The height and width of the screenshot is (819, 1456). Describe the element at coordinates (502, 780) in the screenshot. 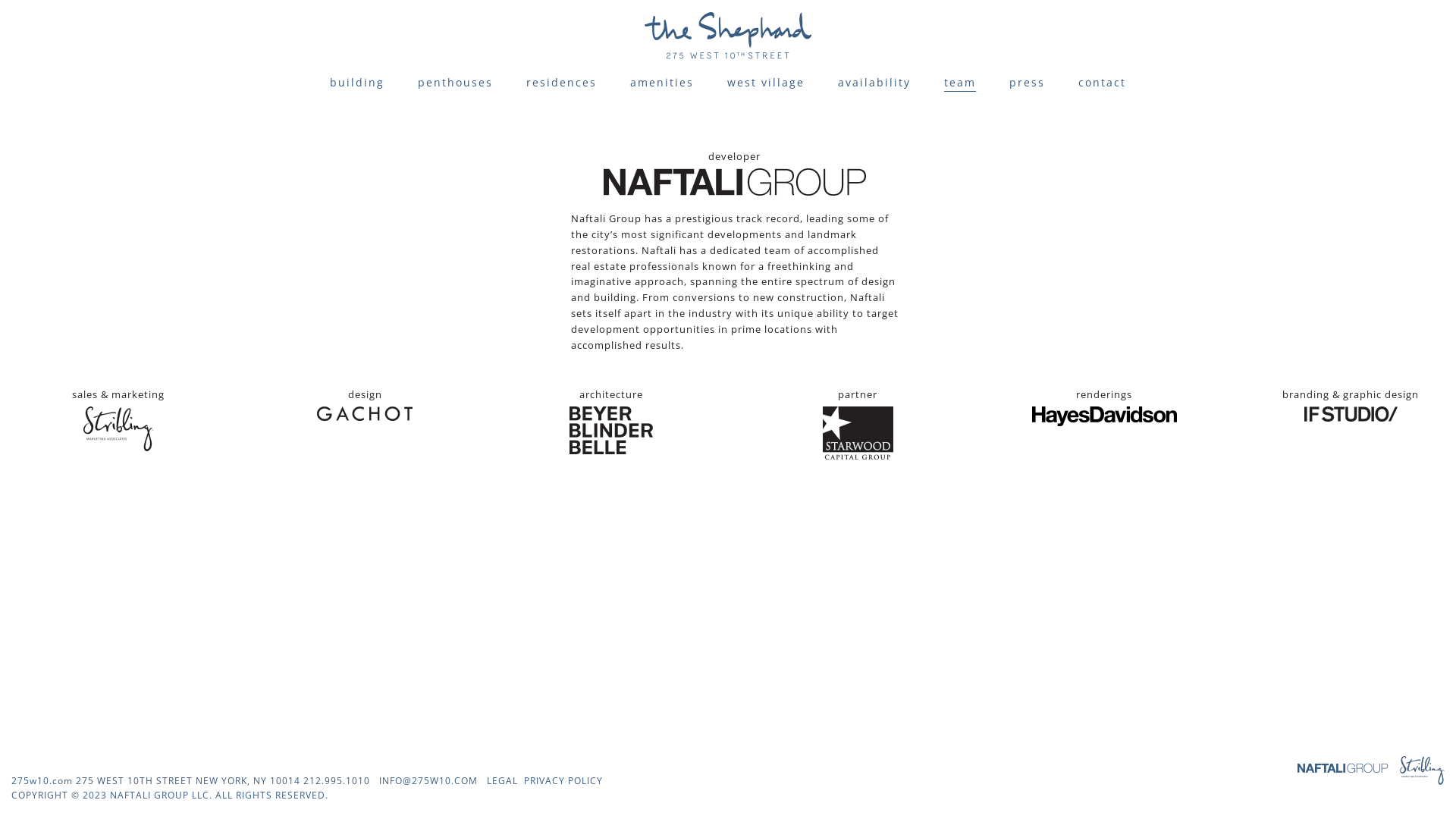

I see `'LEGAL'` at that location.